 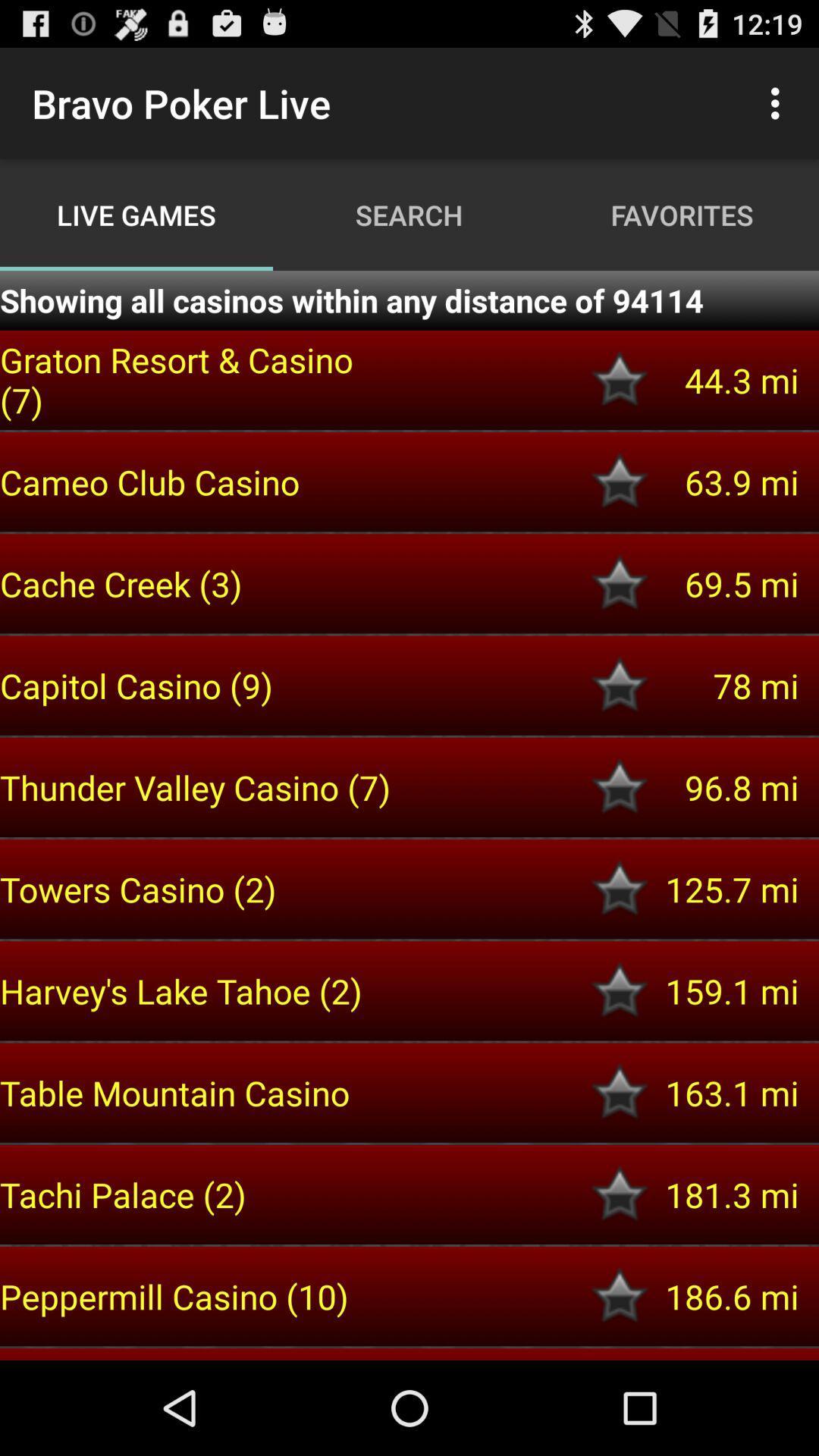 I want to click on favorite option, so click(x=620, y=685).